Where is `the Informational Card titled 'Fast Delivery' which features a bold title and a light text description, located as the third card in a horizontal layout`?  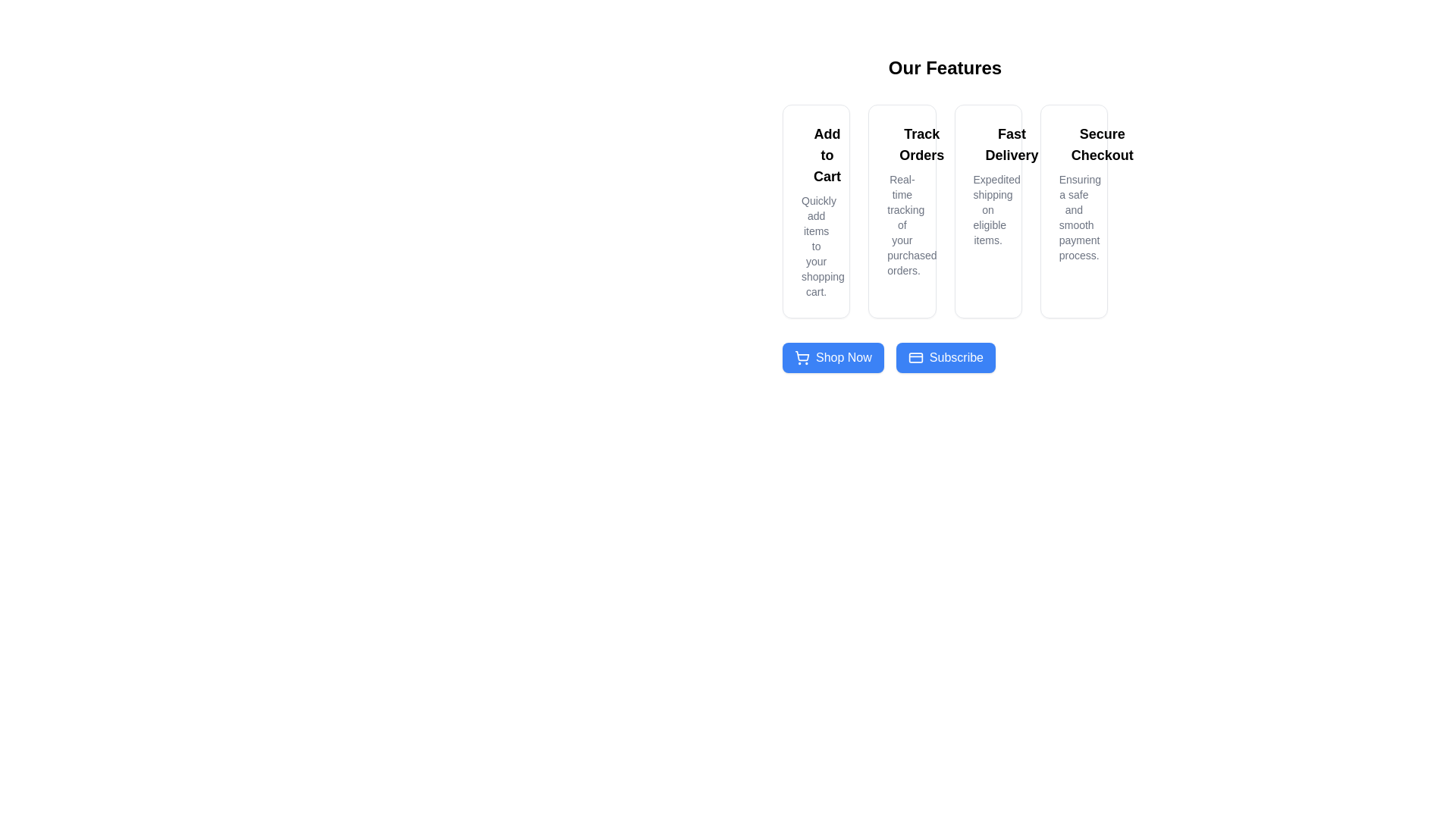
the Informational Card titled 'Fast Delivery' which features a bold title and a light text description, located as the third card in a horizontal layout is located at coordinates (988, 211).